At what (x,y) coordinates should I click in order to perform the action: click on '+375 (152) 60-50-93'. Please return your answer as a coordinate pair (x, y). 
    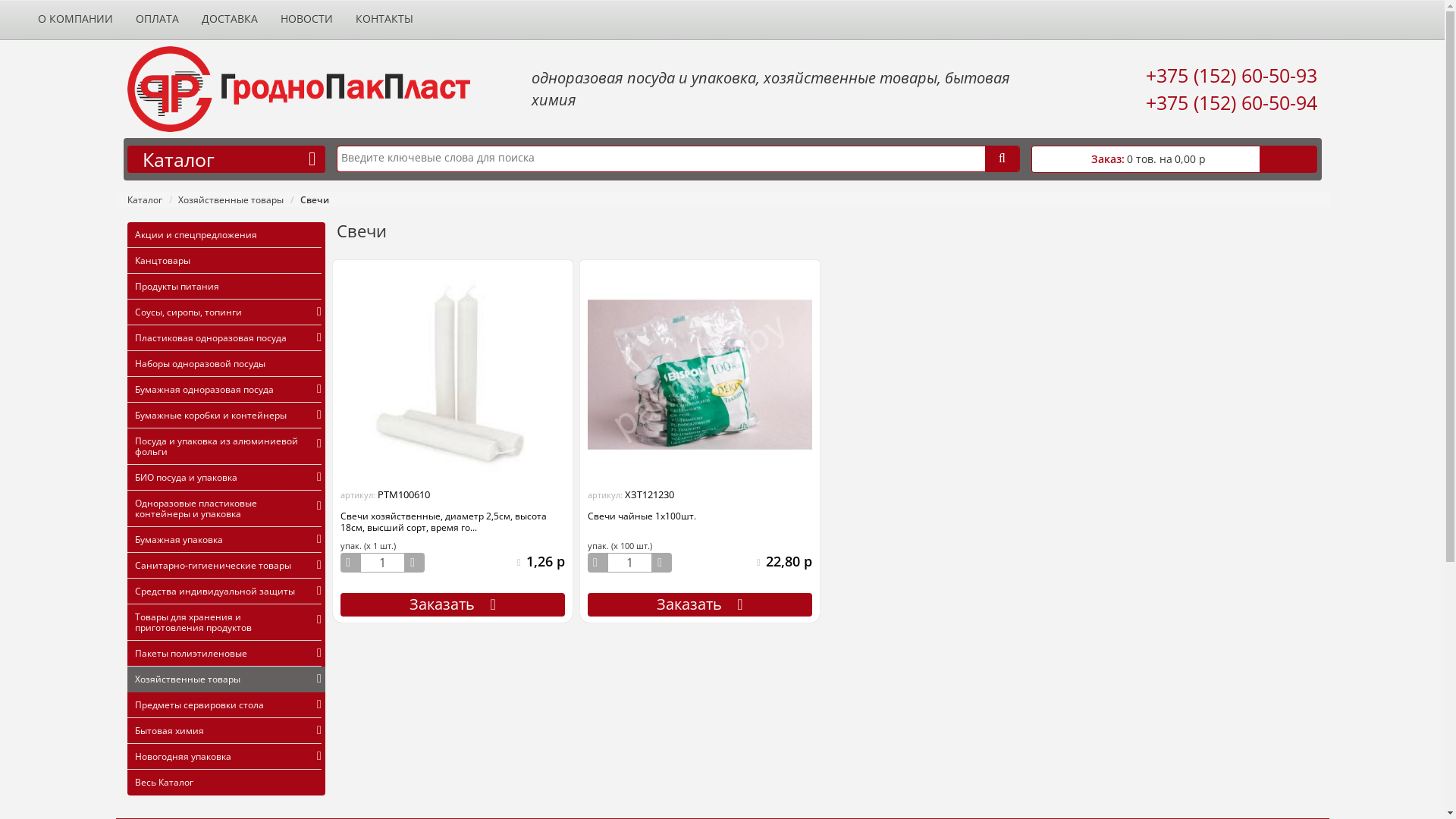
    Looking at the image, I should click on (1231, 75).